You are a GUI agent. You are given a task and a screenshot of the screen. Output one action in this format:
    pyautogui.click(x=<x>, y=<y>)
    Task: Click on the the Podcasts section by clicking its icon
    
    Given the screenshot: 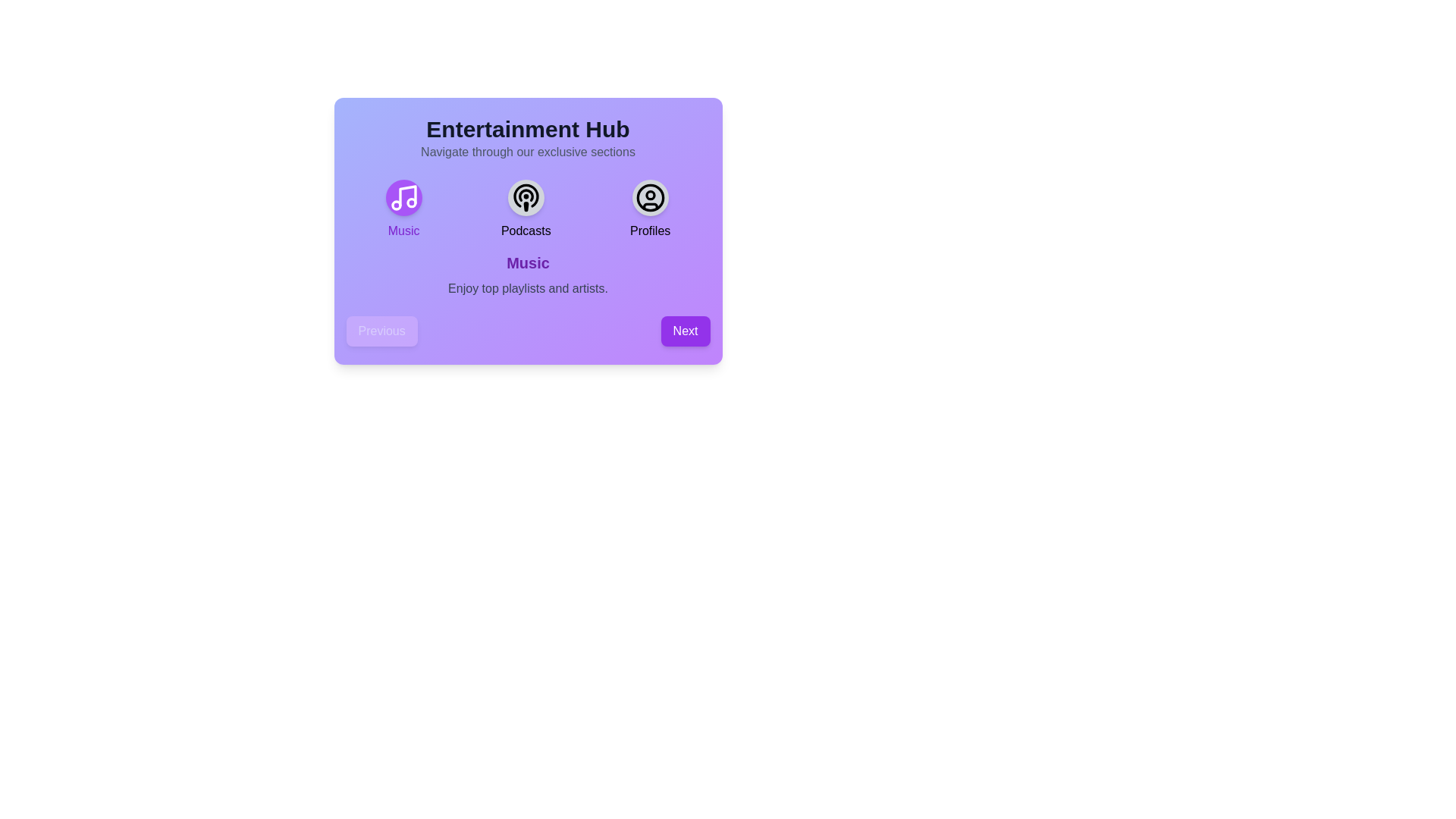 What is the action you would take?
    pyautogui.click(x=526, y=197)
    